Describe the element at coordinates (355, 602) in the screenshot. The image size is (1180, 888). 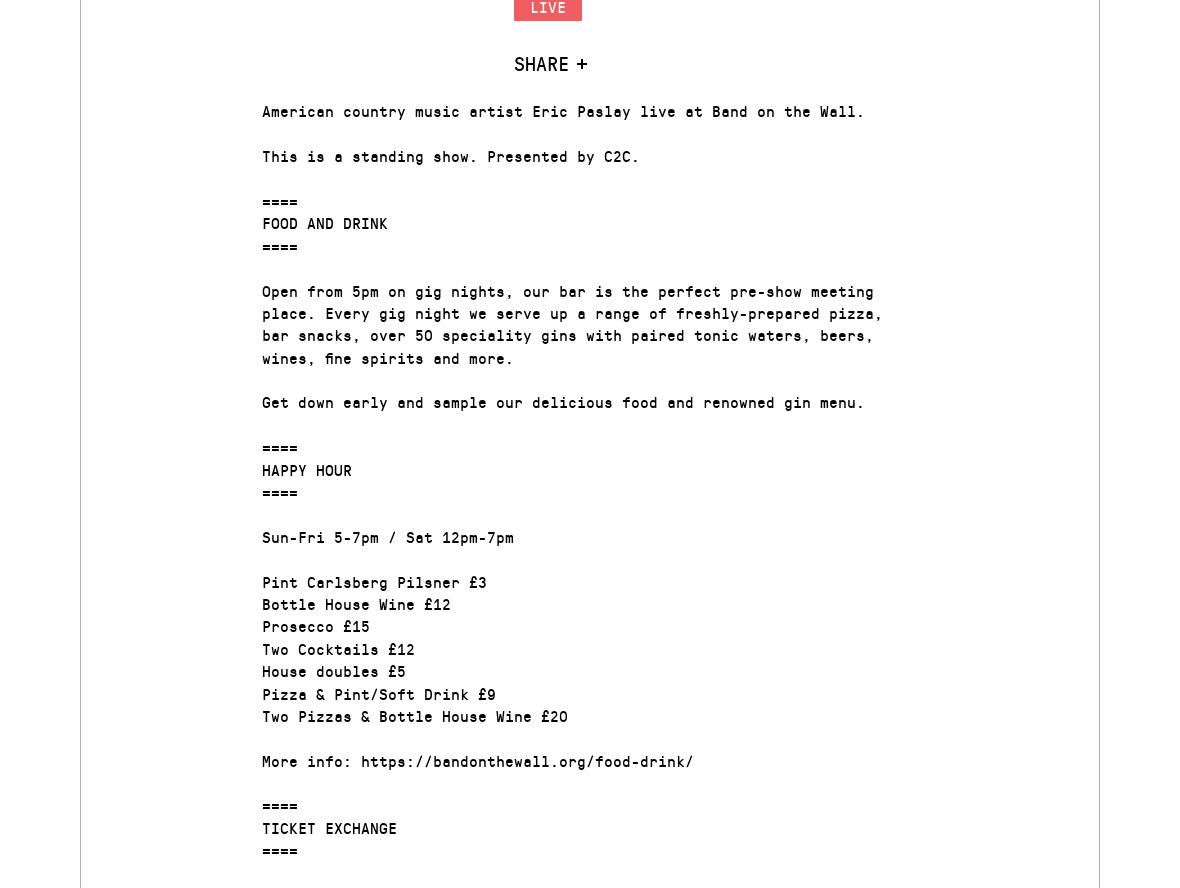
I see `'Bottle House Wine £12'` at that location.